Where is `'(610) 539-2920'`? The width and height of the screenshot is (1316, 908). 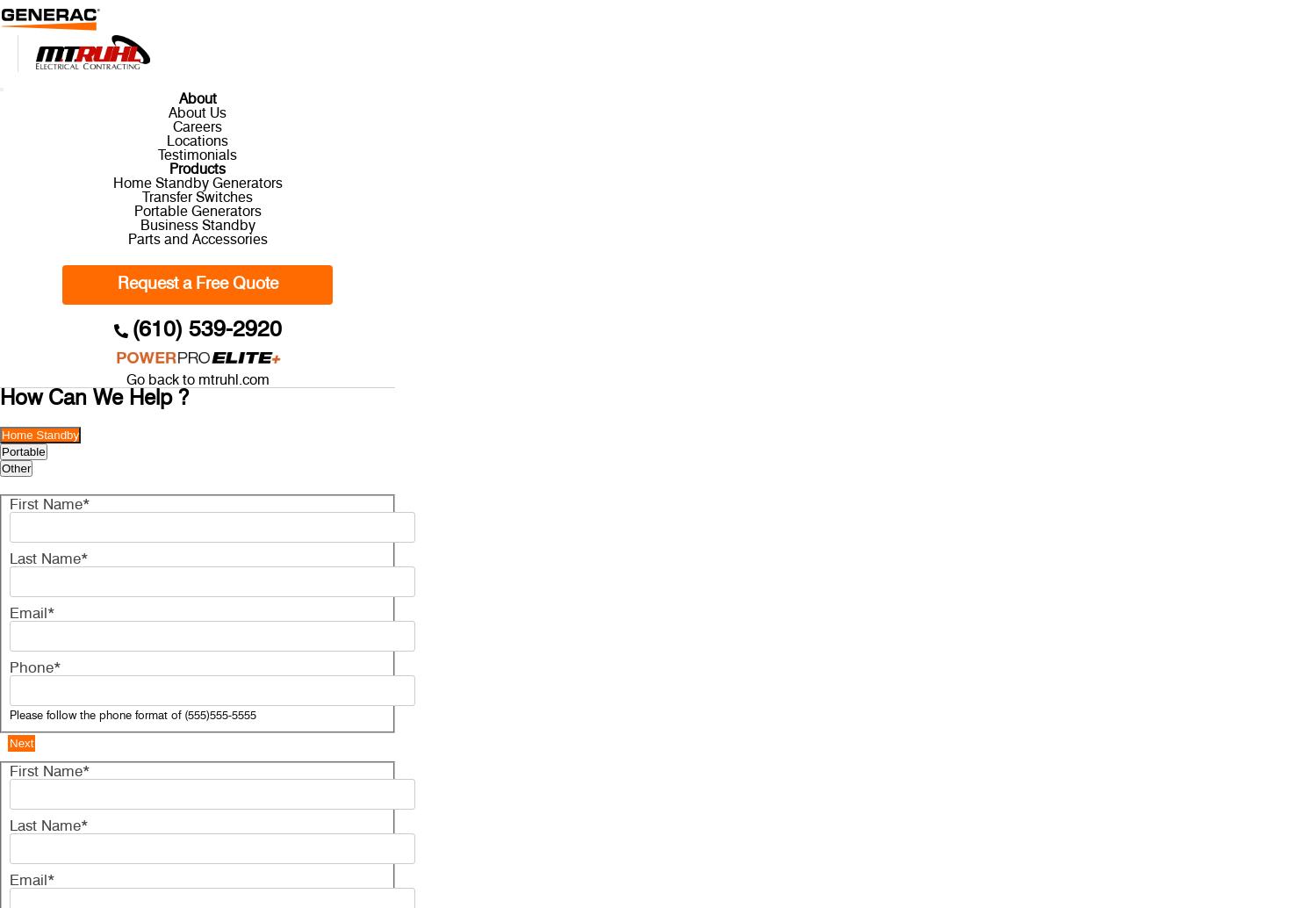
'(610) 539-2920' is located at coordinates (205, 328).